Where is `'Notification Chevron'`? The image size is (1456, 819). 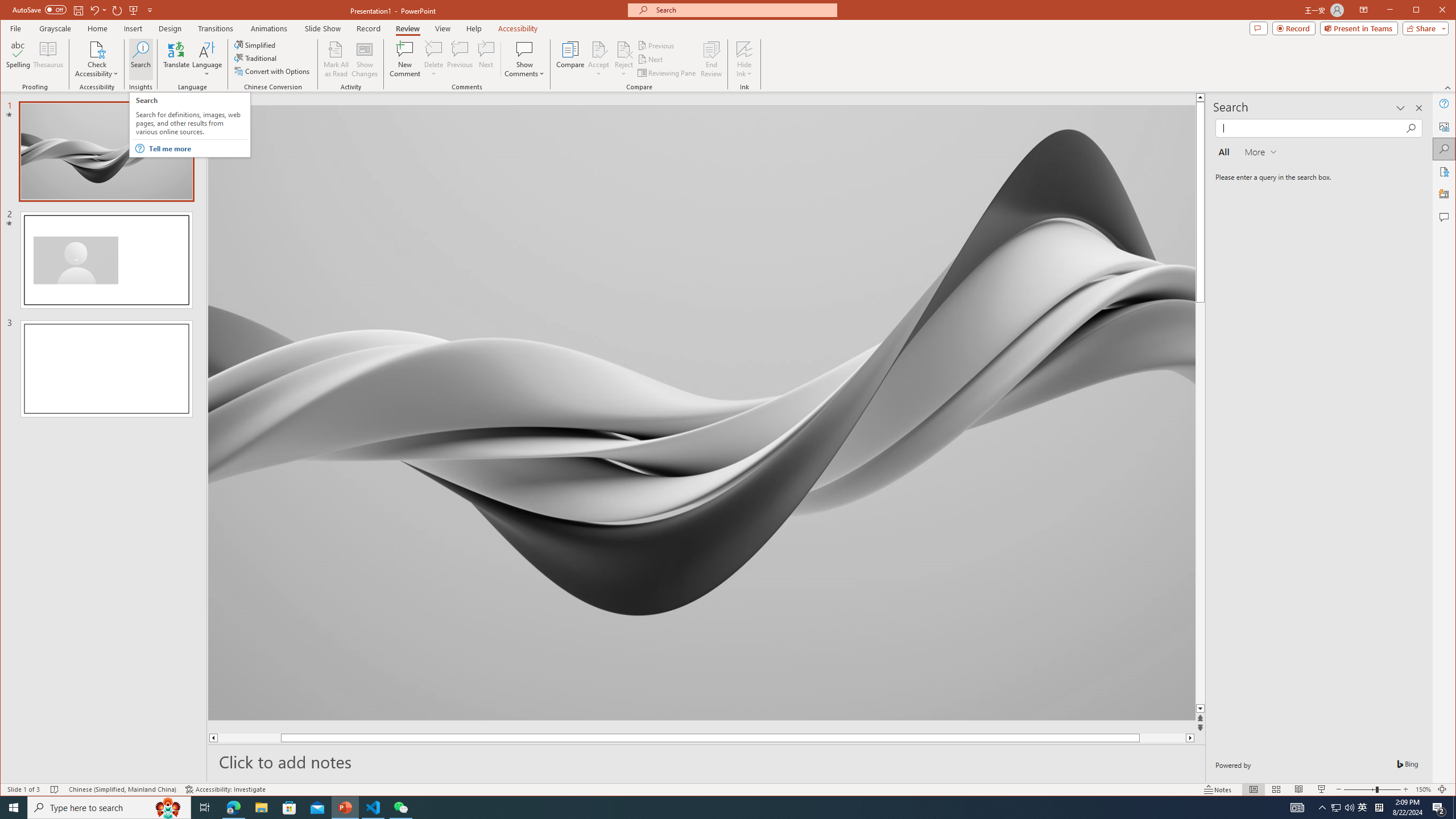
'Notification Chevron' is located at coordinates (1322, 806).